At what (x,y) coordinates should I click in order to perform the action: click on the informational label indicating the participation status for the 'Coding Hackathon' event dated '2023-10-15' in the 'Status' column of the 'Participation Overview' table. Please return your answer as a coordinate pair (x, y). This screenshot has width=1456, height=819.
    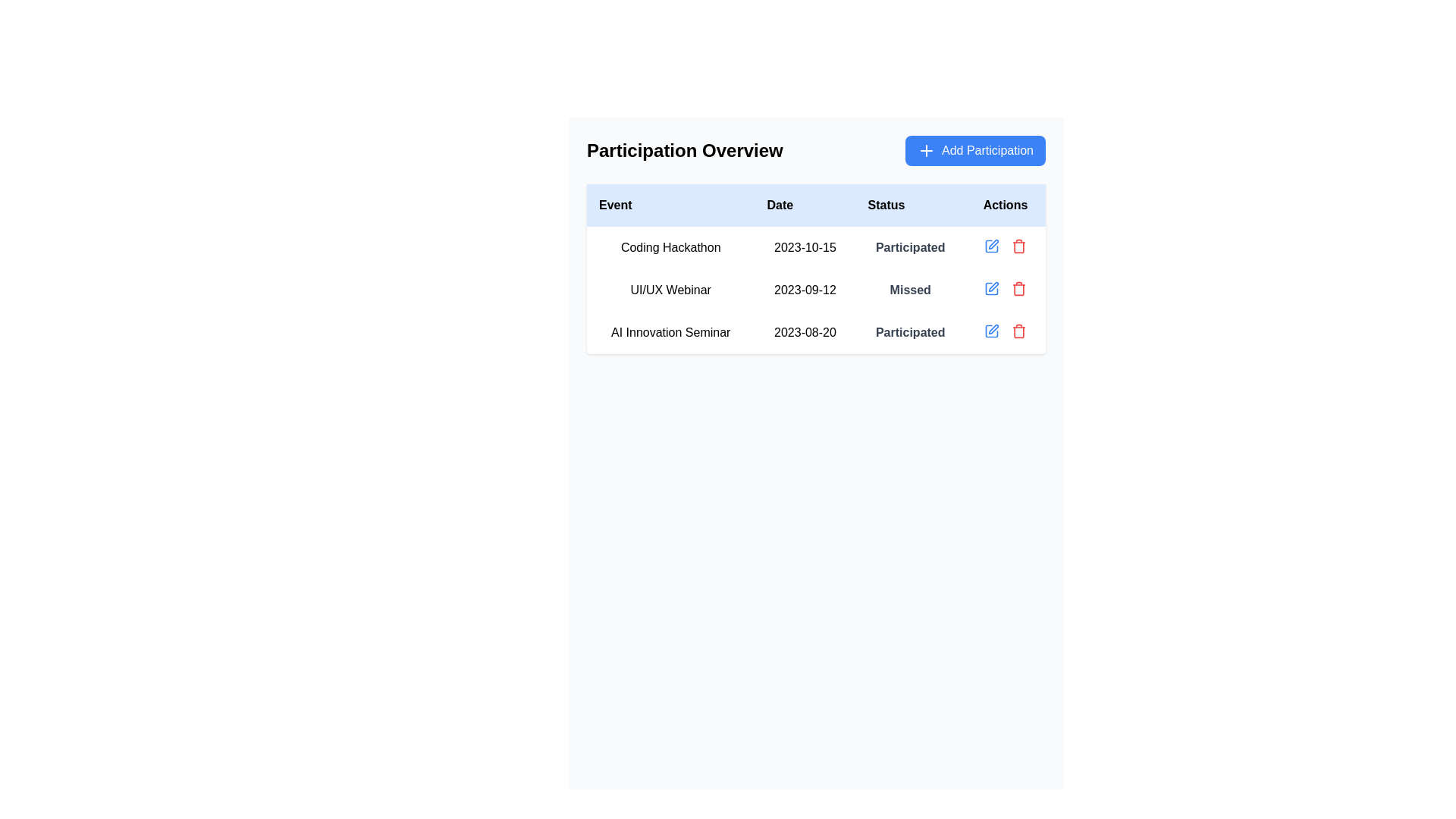
    Looking at the image, I should click on (910, 247).